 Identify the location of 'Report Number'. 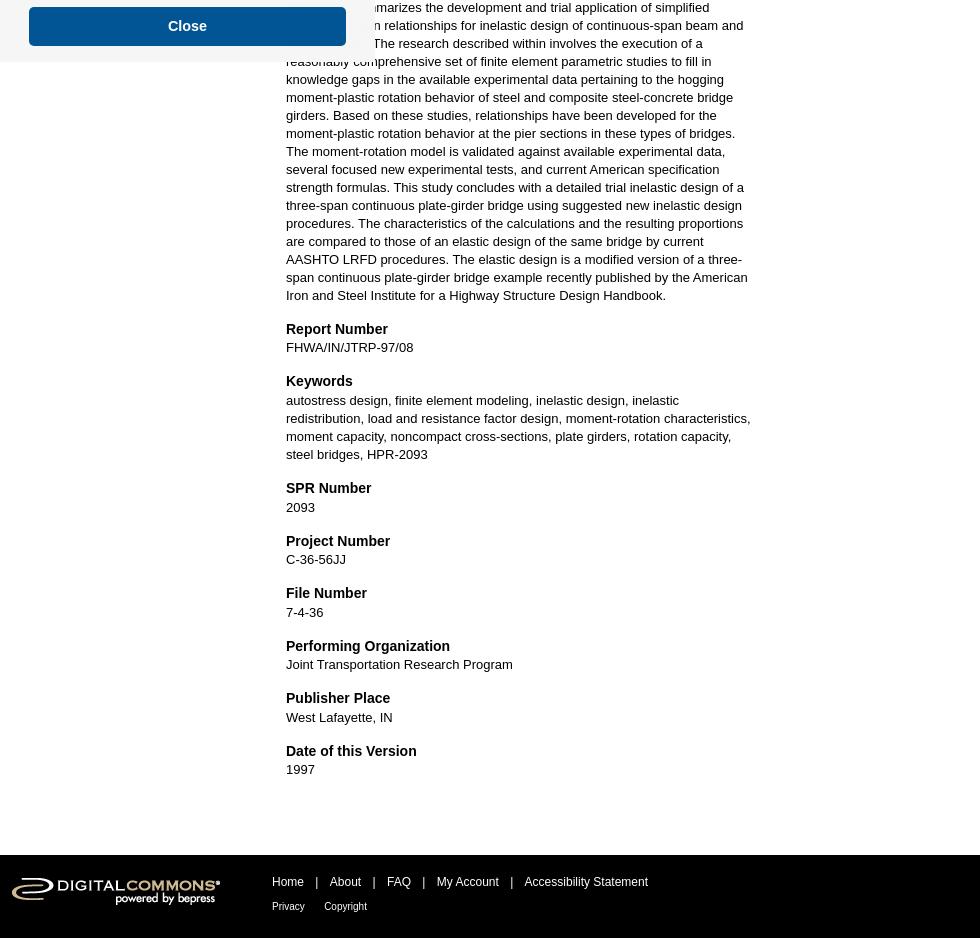
(336, 327).